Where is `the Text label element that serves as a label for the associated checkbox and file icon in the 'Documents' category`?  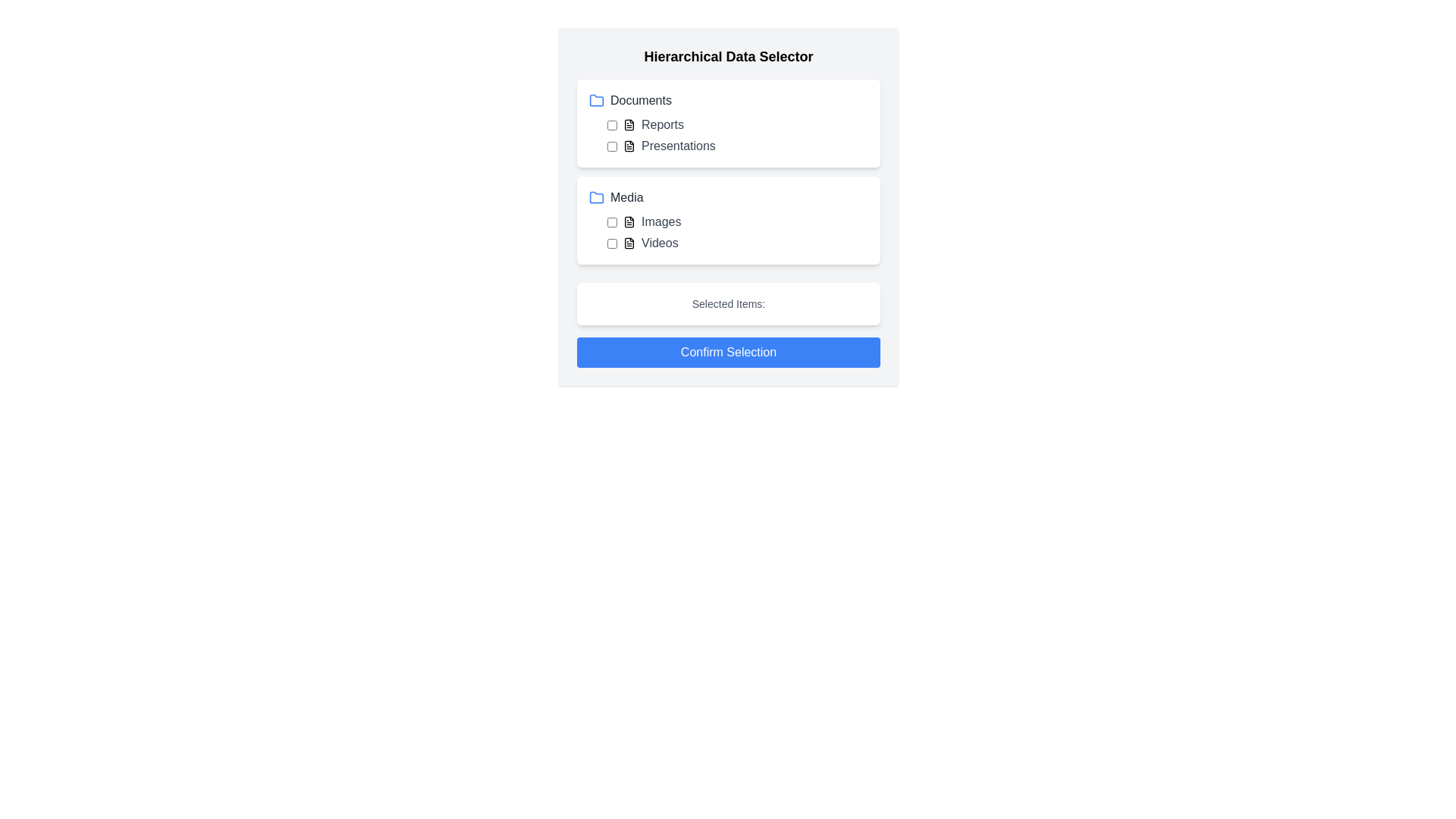 the Text label element that serves as a label for the associated checkbox and file icon in the 'Documents' category is located at coordinates (662, 124).